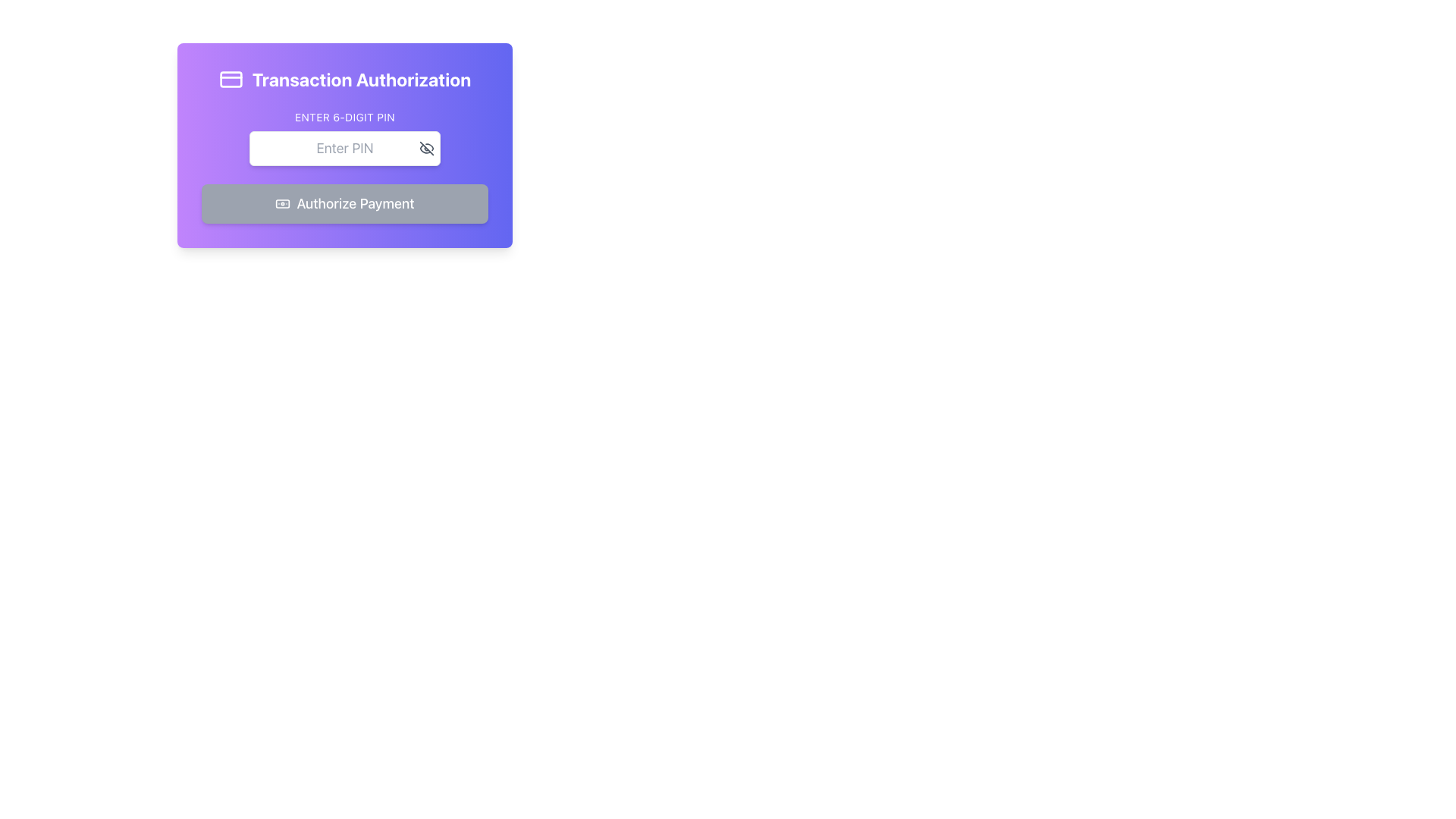 The height and width of the screenshot is (819, 1456). Describe the element at coordinates (344, 116) in the screenshot. I see `the text label displaying 'Enter 6-digit PIN' which is styled in white uppercase letters, located above the input field for PIN entry` at that location.